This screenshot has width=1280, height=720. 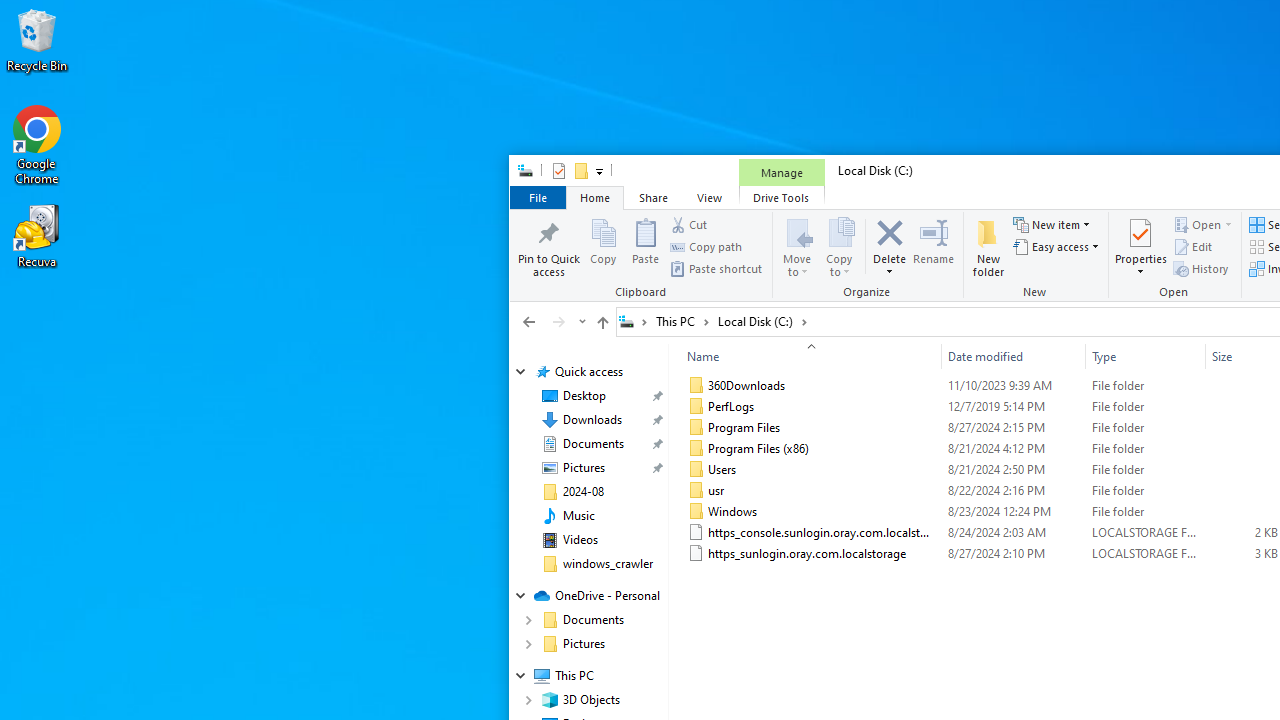 I want to click on 'Desktop (pinned)', so click(x=583, y=396).